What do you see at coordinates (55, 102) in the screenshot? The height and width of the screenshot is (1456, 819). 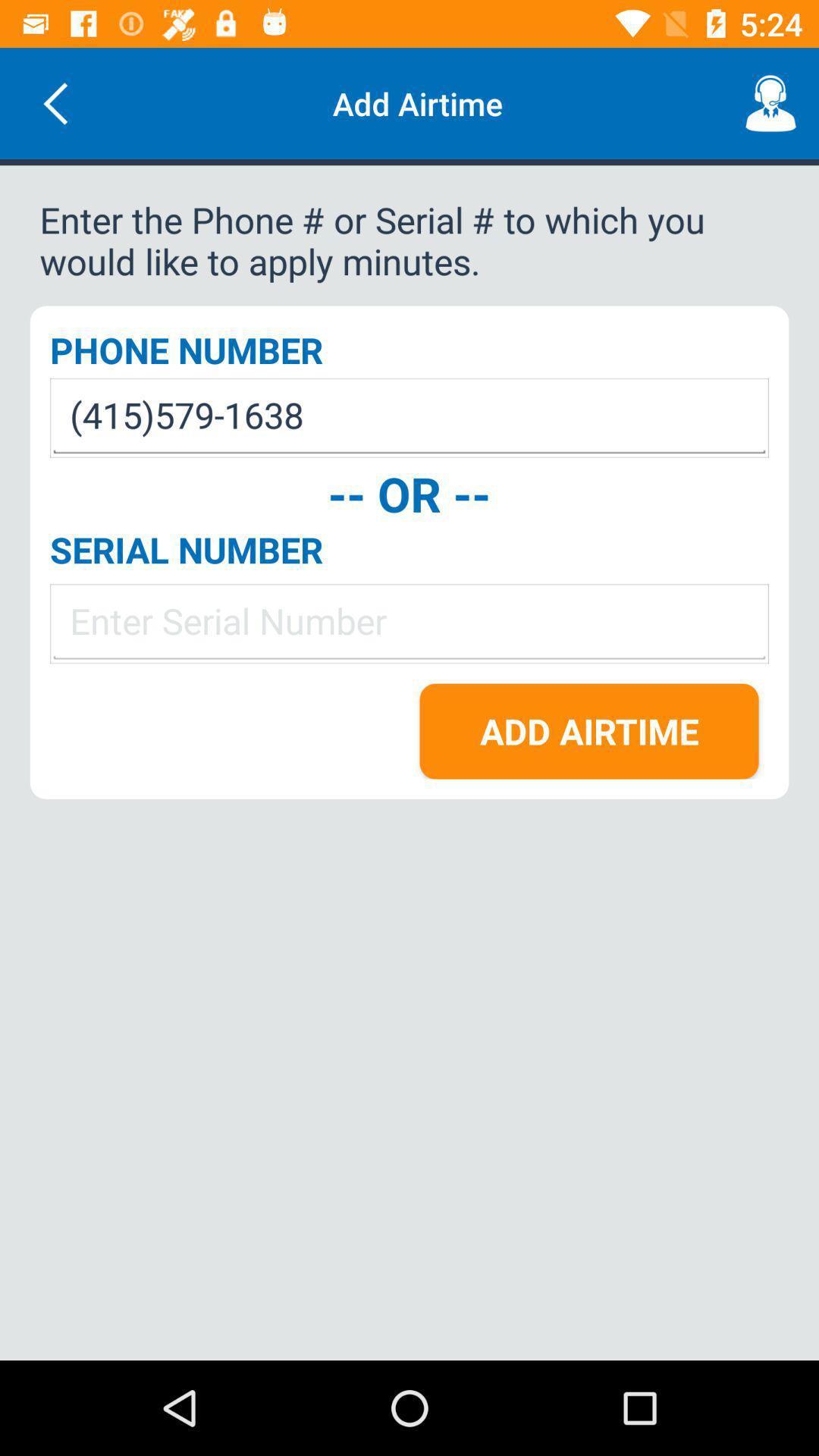 I see `the icon next to add airtime item` at bounding box center [55, 102].